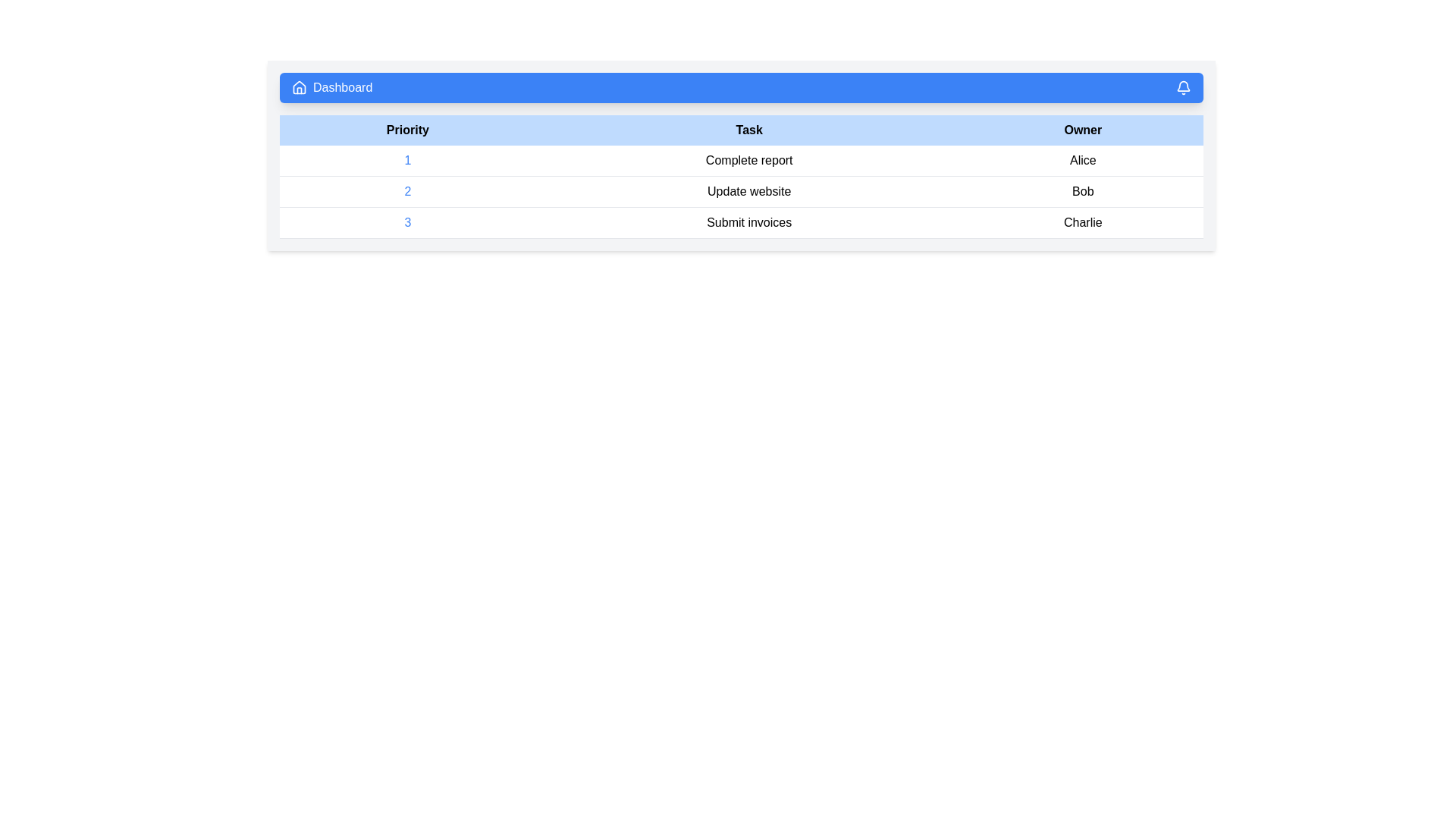  I want to click on the third row in the task management table that contains the priority number '3', the task description 'Submit invoices', and the owner 'Charlie', so click(742, 222).